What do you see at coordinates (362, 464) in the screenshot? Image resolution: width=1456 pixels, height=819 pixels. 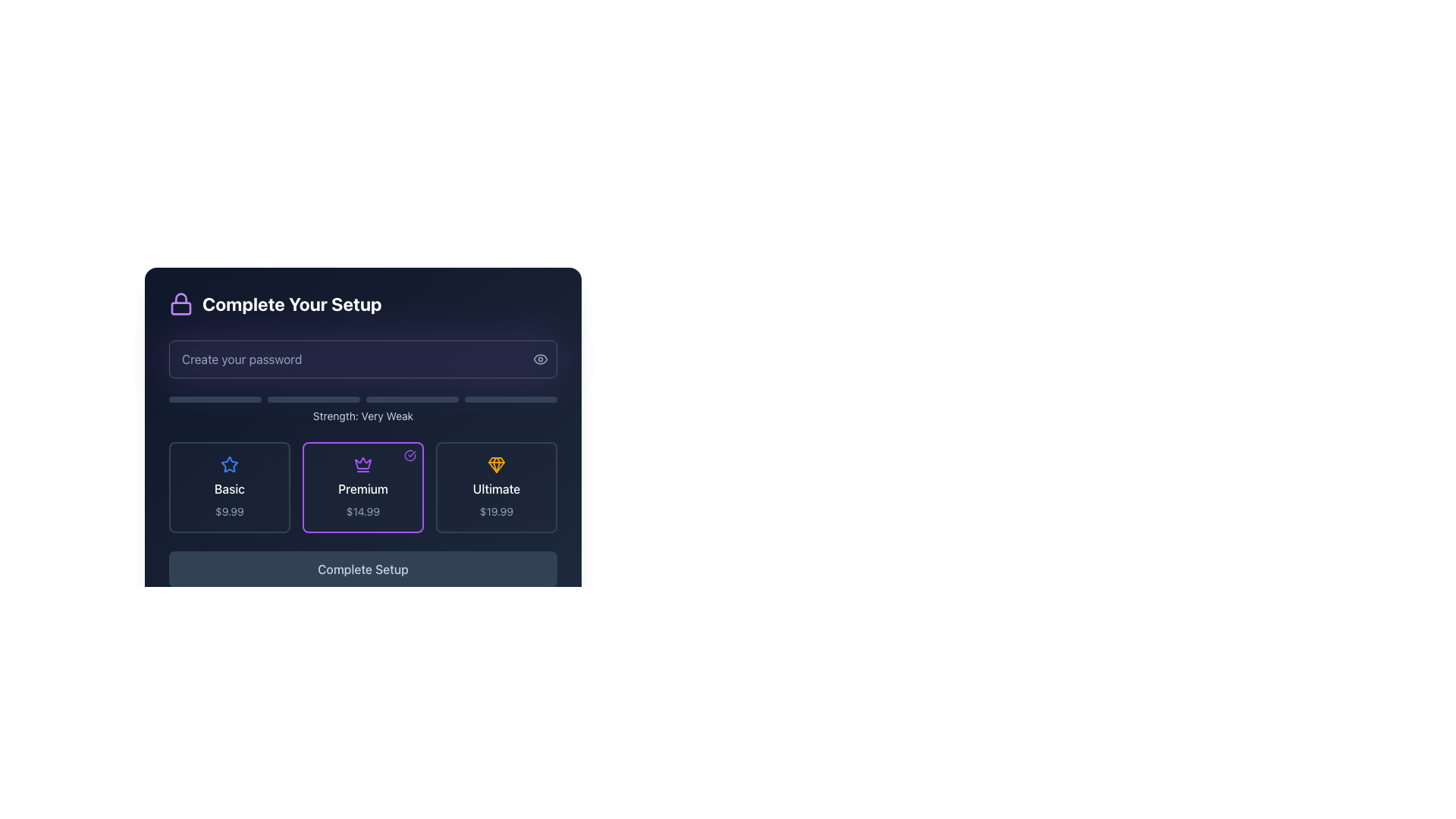 I see `the purple crown icon located at the top center of the Premium plan box, which is distinguished by its minimalistic design and smooth lines` at bounding box center [362, 464].